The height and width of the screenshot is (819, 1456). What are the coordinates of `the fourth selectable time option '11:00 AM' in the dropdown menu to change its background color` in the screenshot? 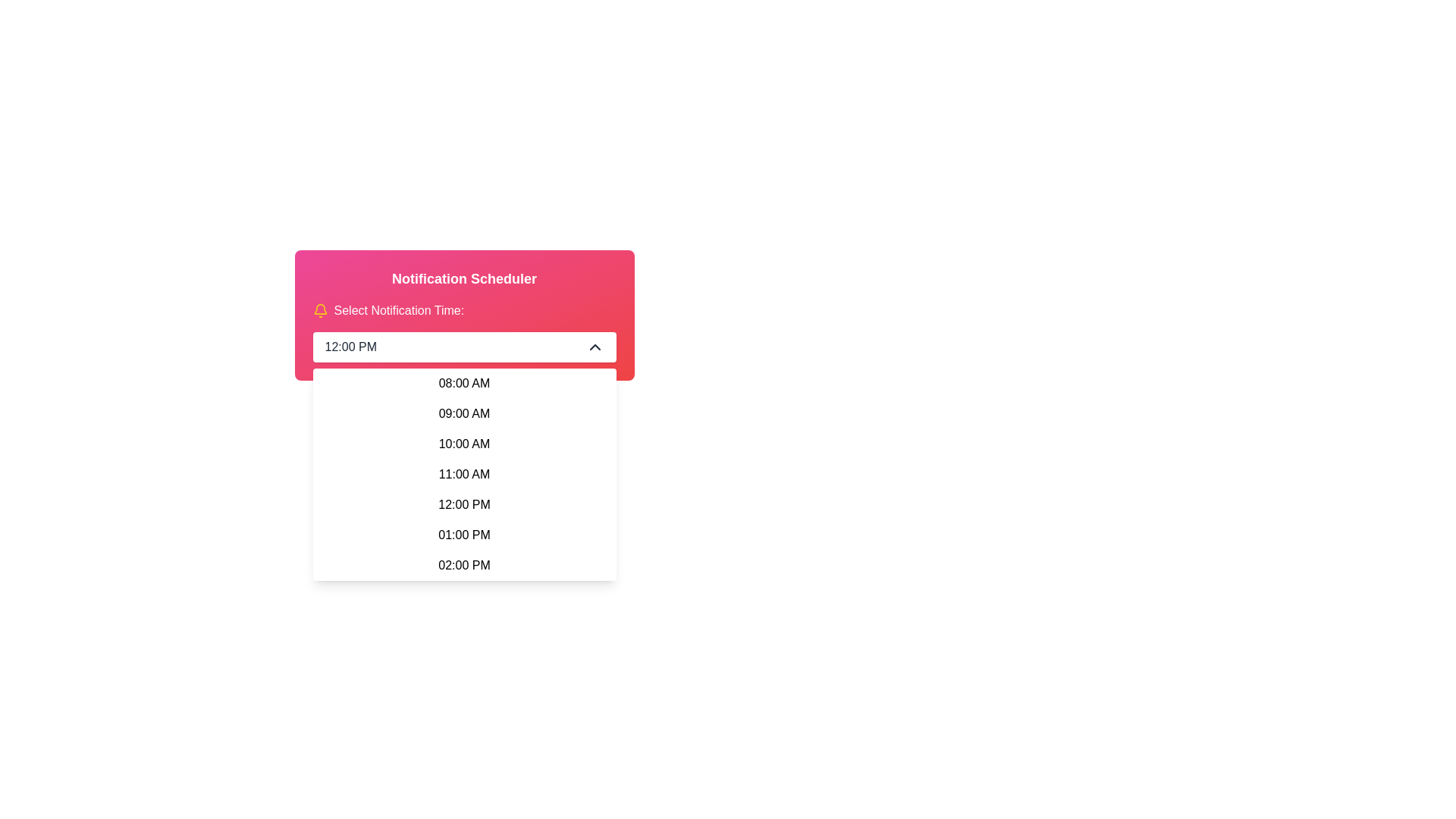 It's located at (463, 473).